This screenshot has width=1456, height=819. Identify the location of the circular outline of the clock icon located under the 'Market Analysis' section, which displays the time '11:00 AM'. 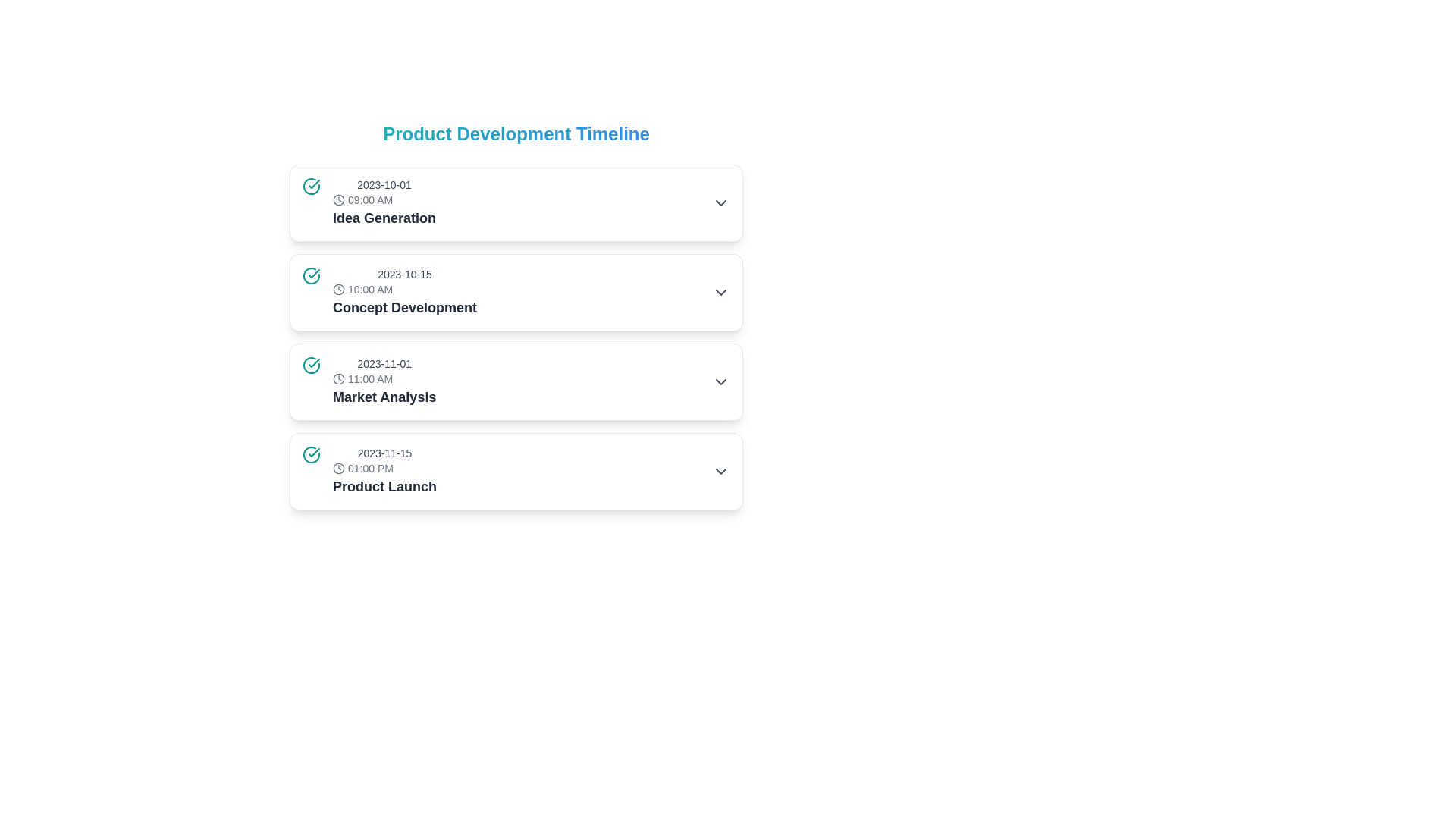
(337, 378).